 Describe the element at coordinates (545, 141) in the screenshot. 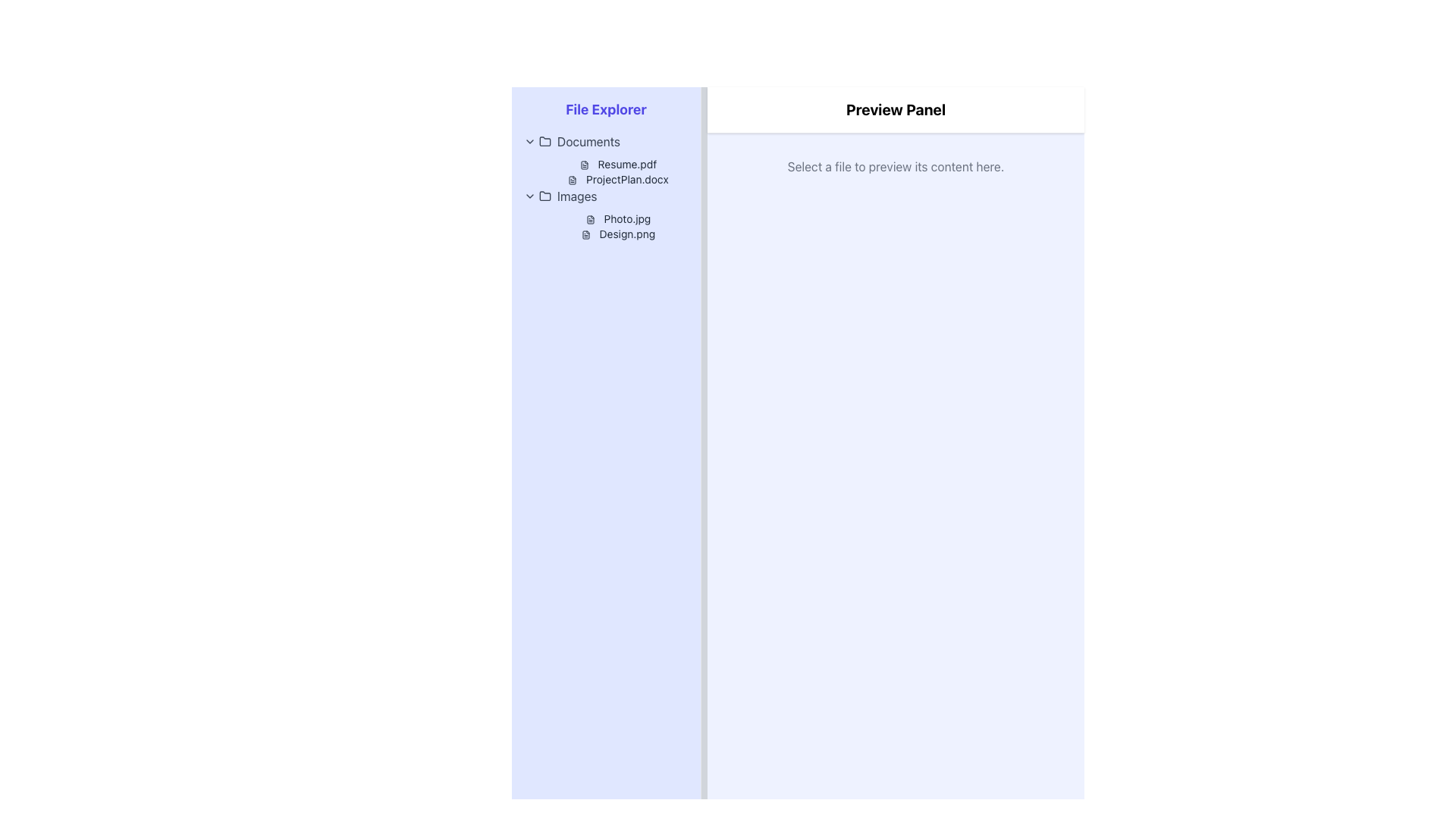

I see `the blue folder-shaped icon with an outlined graphic design in the Documents section of the file explorer` at that location.